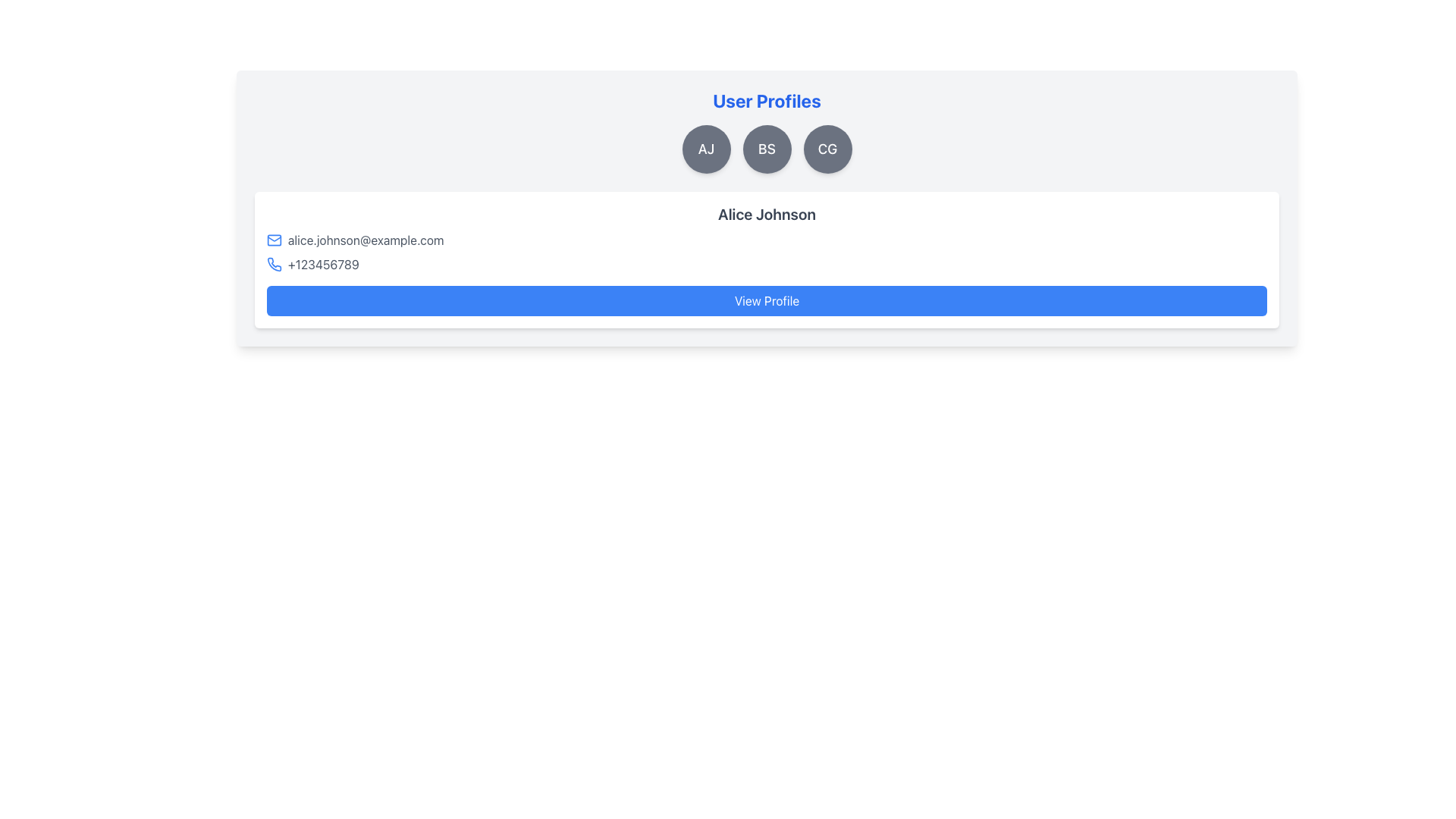 The width and height of the screenshot is (1456, 819). I want to click on the button located within the white rectangular card below the user's contact information, so click(767, 301).